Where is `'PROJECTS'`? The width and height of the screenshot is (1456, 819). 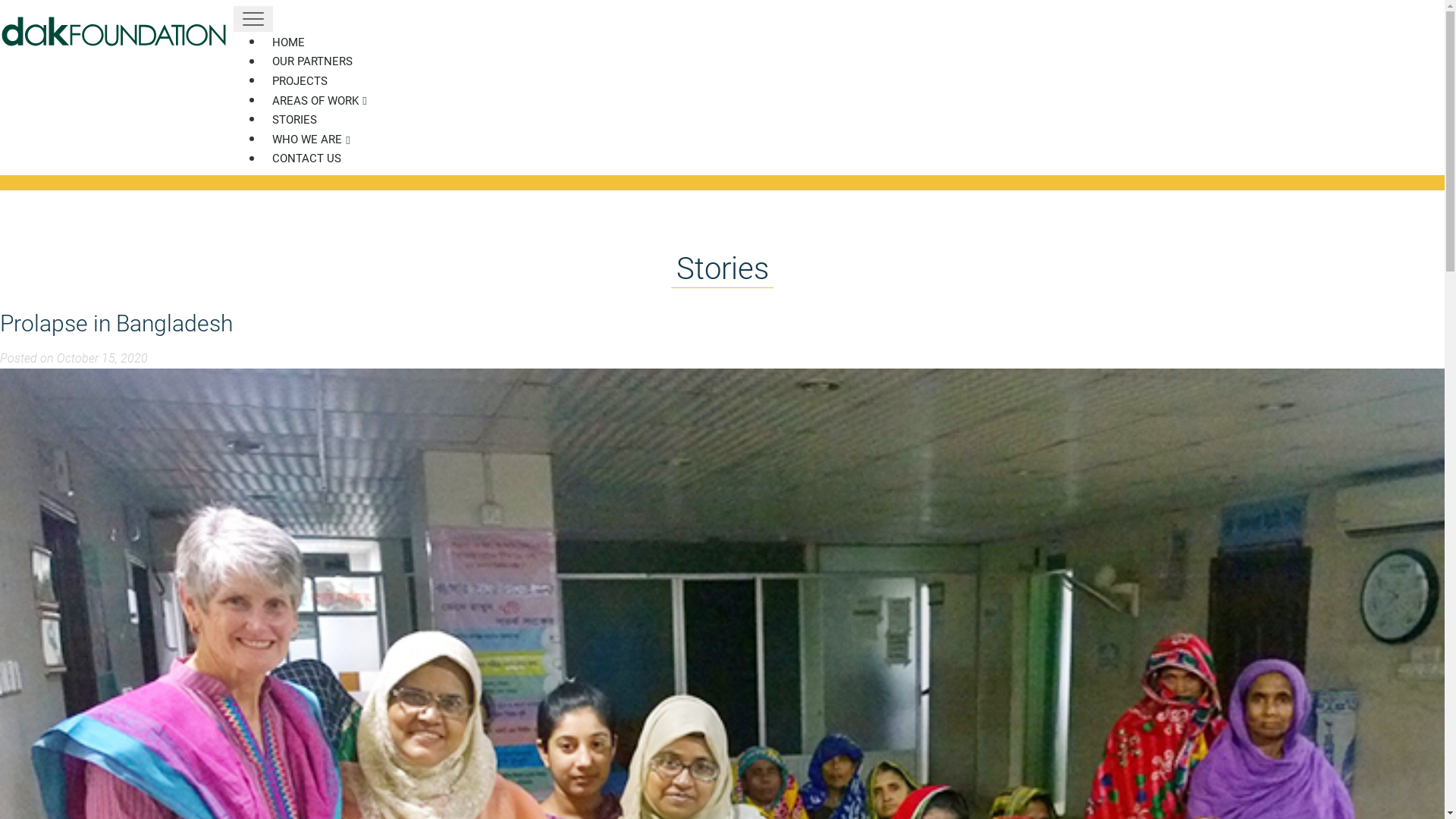 'PROJECTS' is located at coordinates (300, 81).